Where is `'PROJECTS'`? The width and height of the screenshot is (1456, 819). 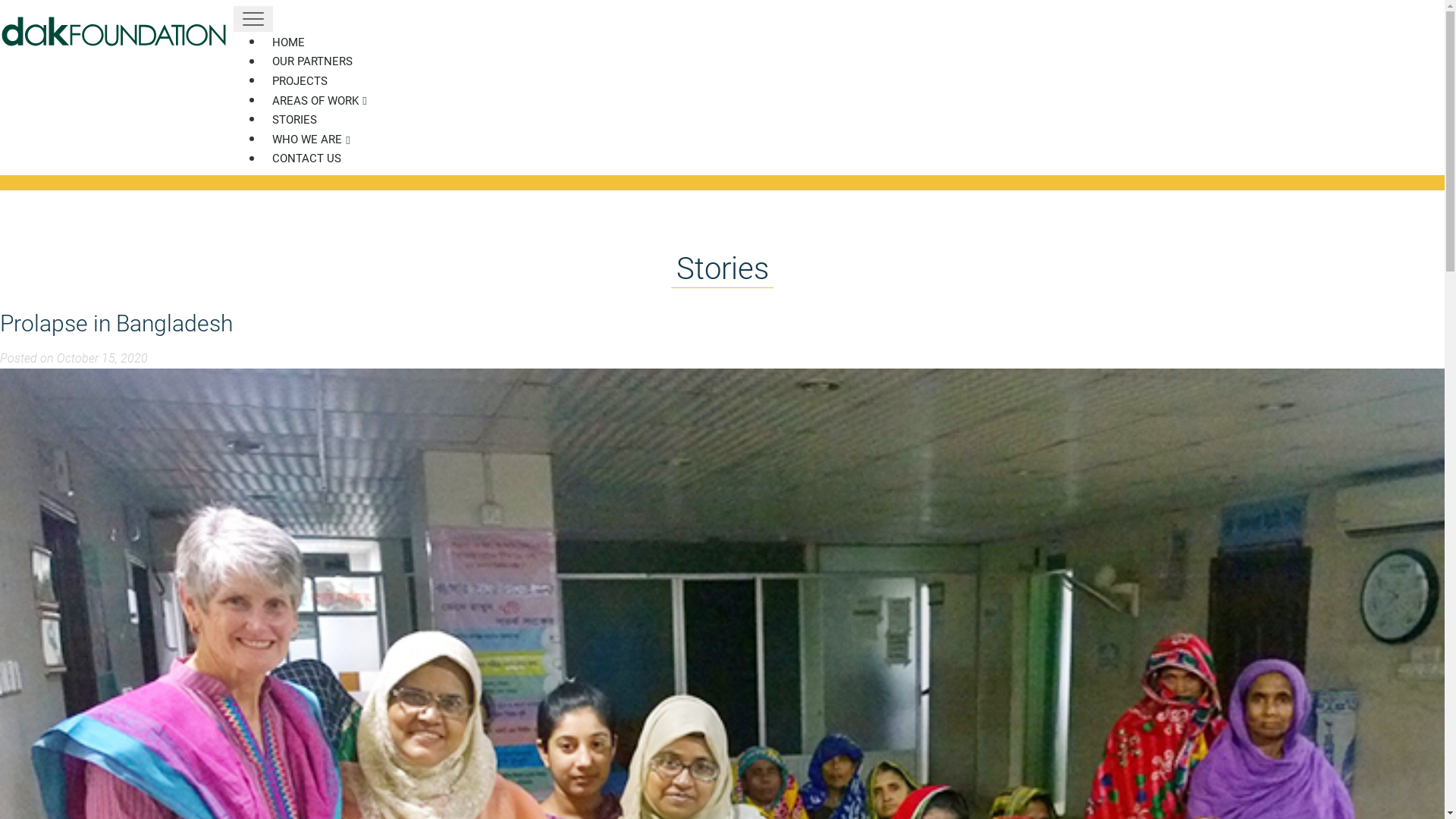 'PROJECTS' is located at coordinates (300, 81).